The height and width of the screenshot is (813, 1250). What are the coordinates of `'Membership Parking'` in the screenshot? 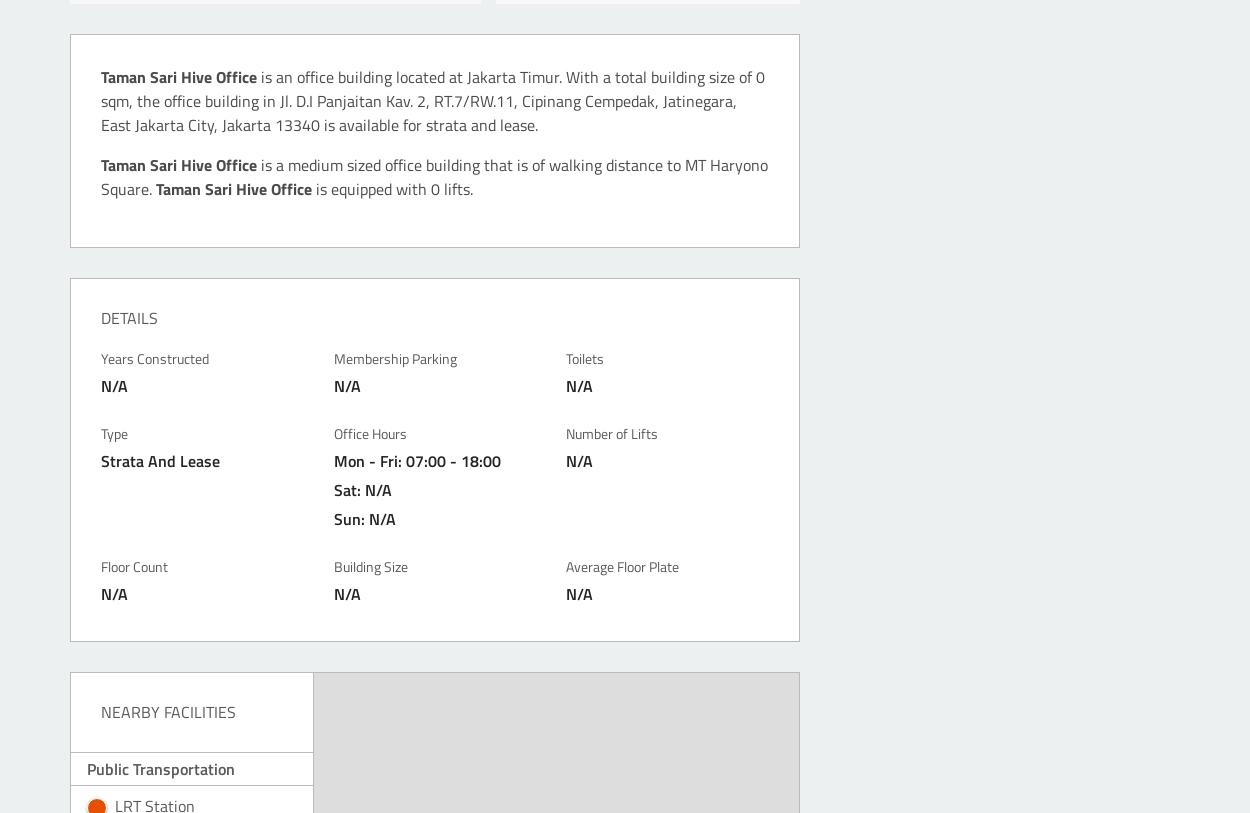 It's located at (394, 356).